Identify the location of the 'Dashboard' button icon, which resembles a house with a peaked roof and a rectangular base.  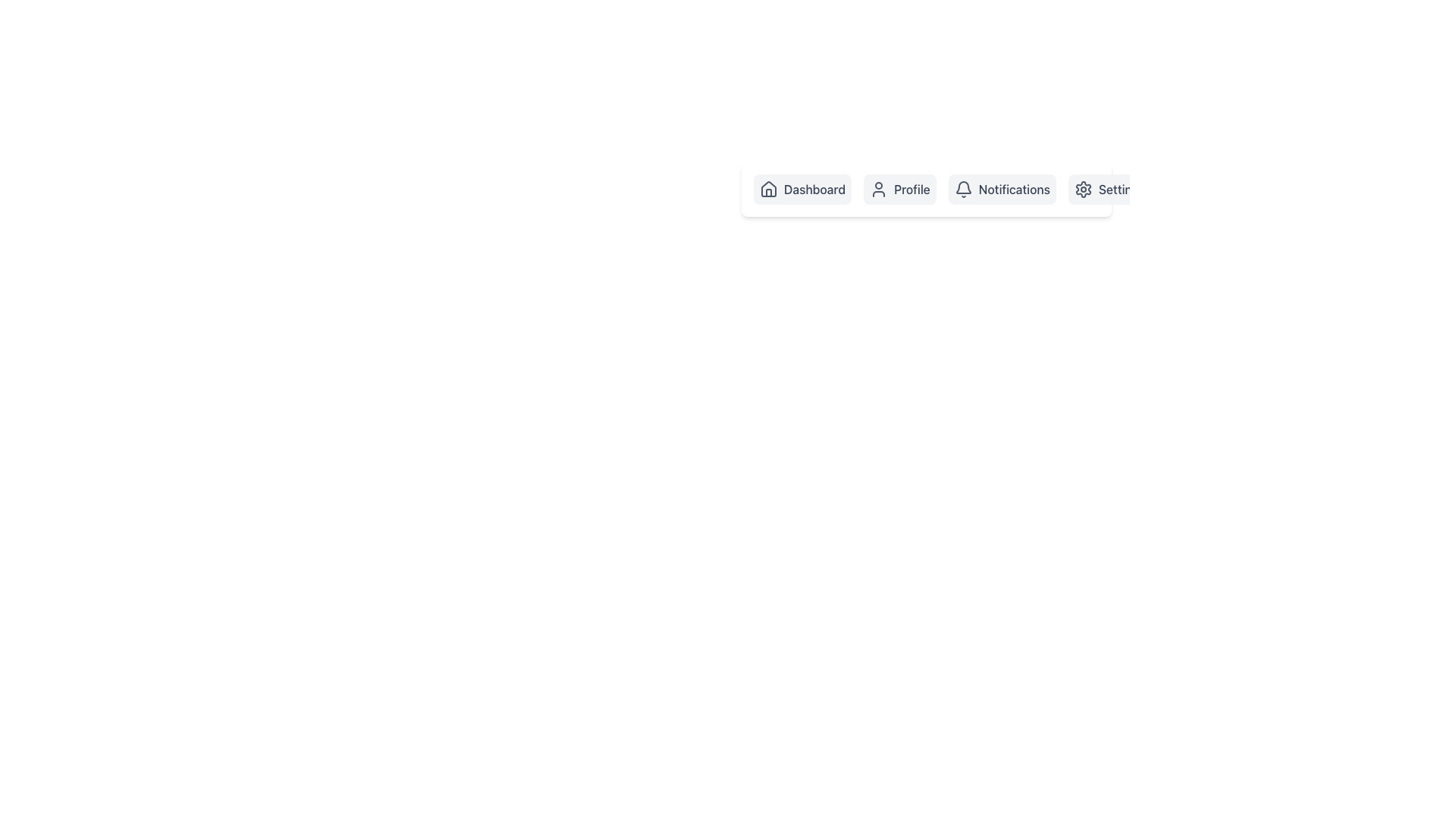
(768, 188).